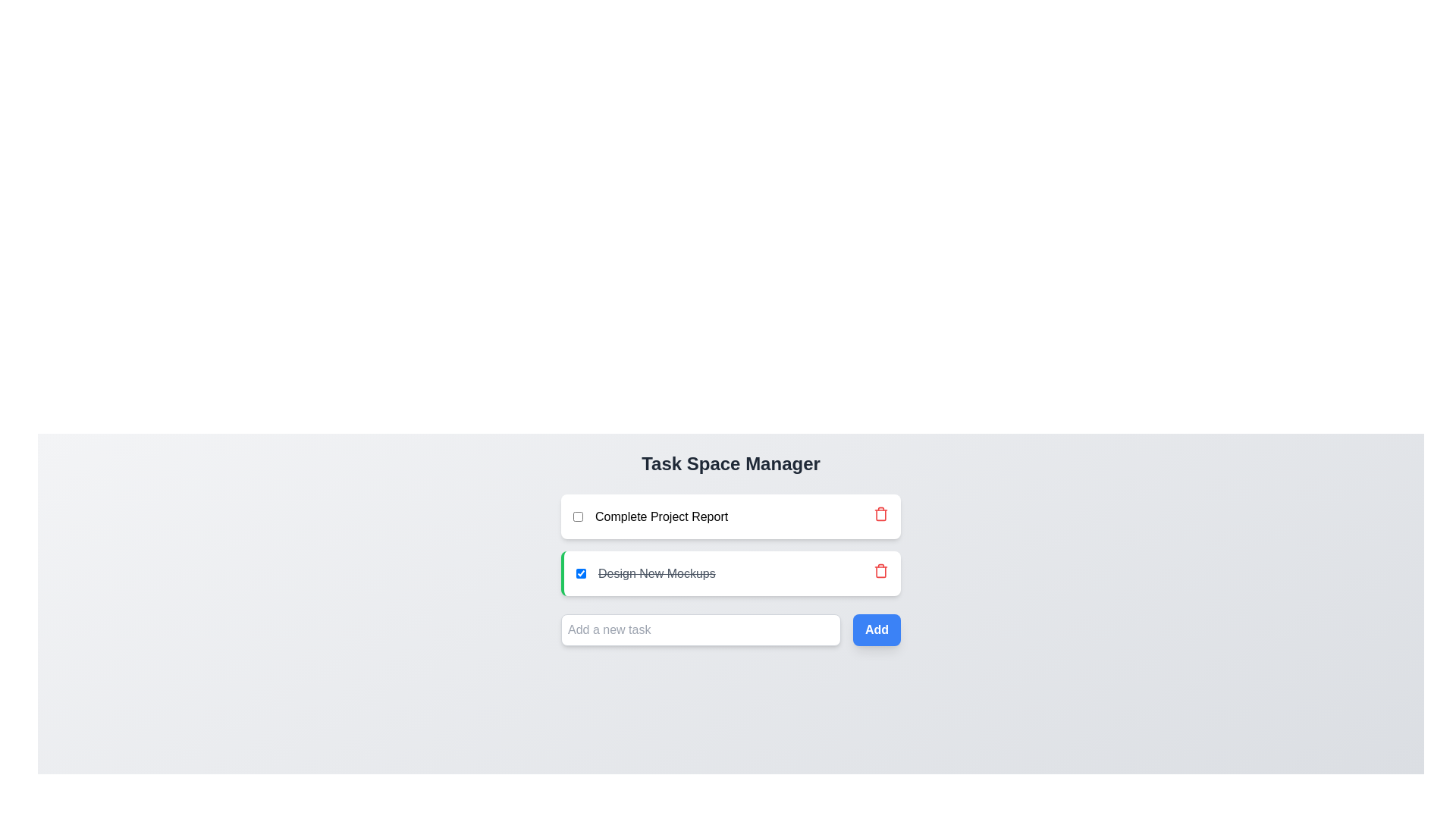 This screenshot has width=1456, height=819. Describe the element at coordinates (577, 516) in the screenshot. I see `the small checkbox element located to the left of the text 'Complete Project Report'` at that location.